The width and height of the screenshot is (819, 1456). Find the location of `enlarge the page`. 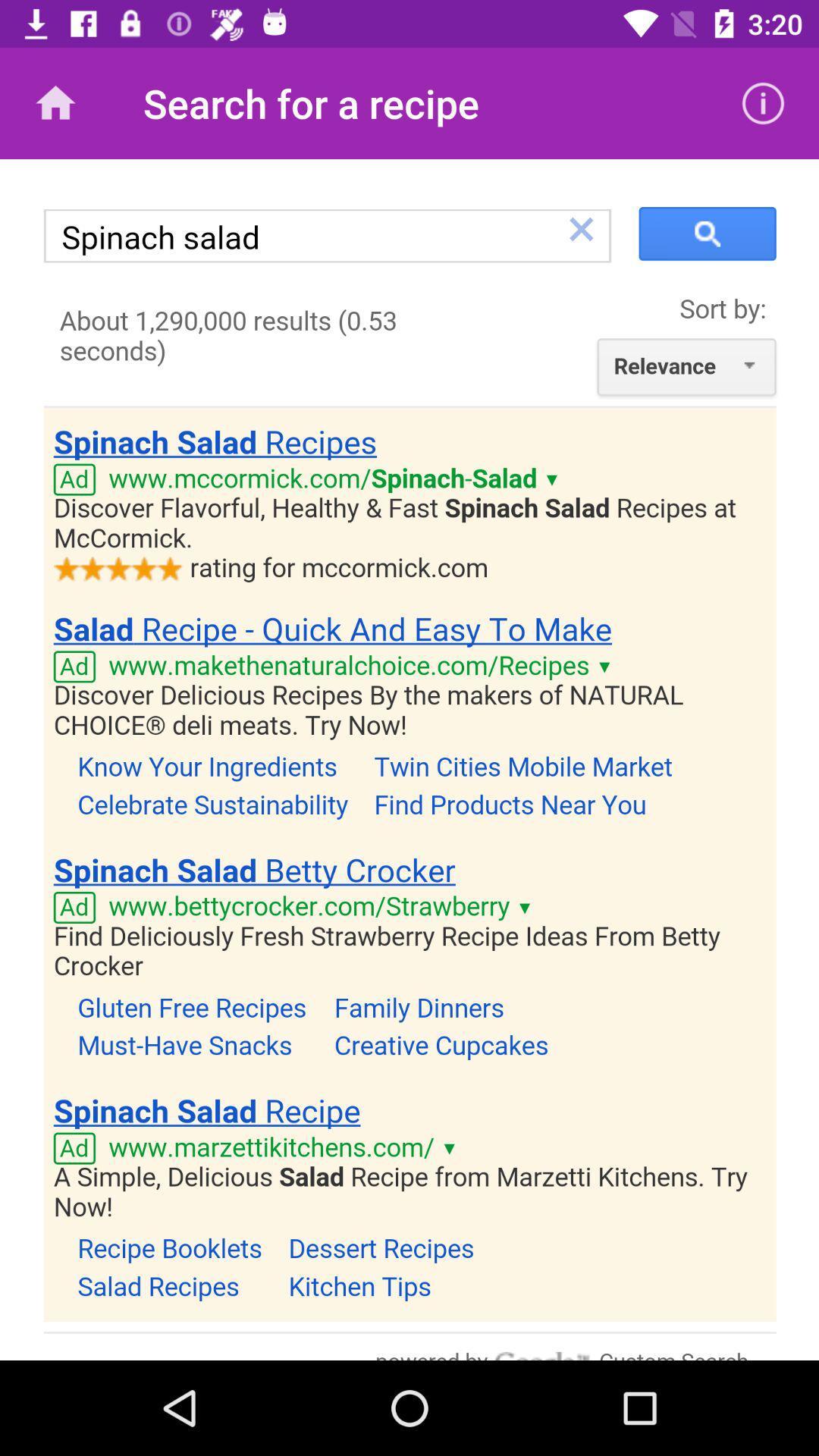

enlarge the page is located at coordinates (409, 760).